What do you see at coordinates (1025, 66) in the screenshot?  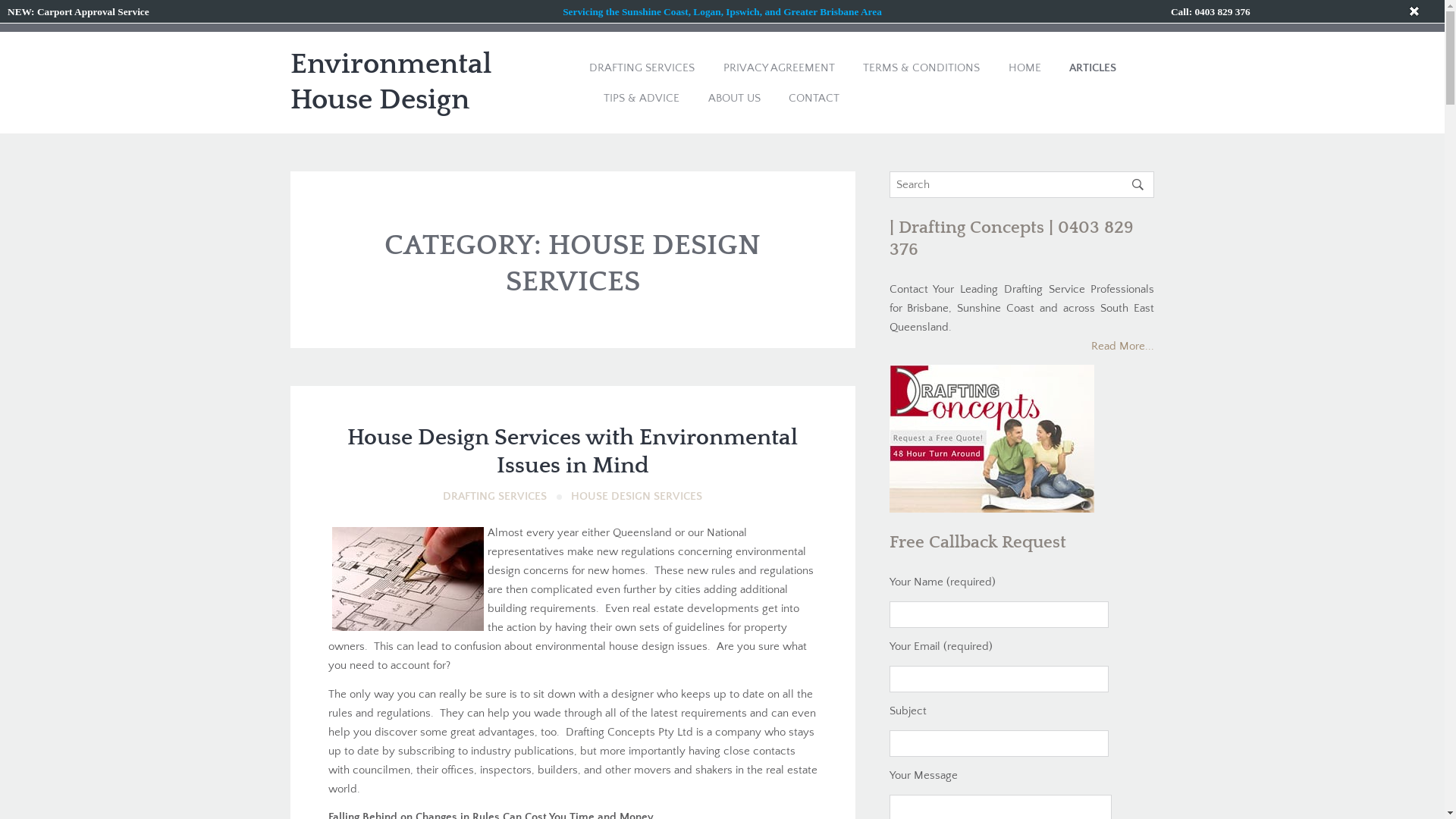 I see `'HOME'` at bounding box center [1025, 66].